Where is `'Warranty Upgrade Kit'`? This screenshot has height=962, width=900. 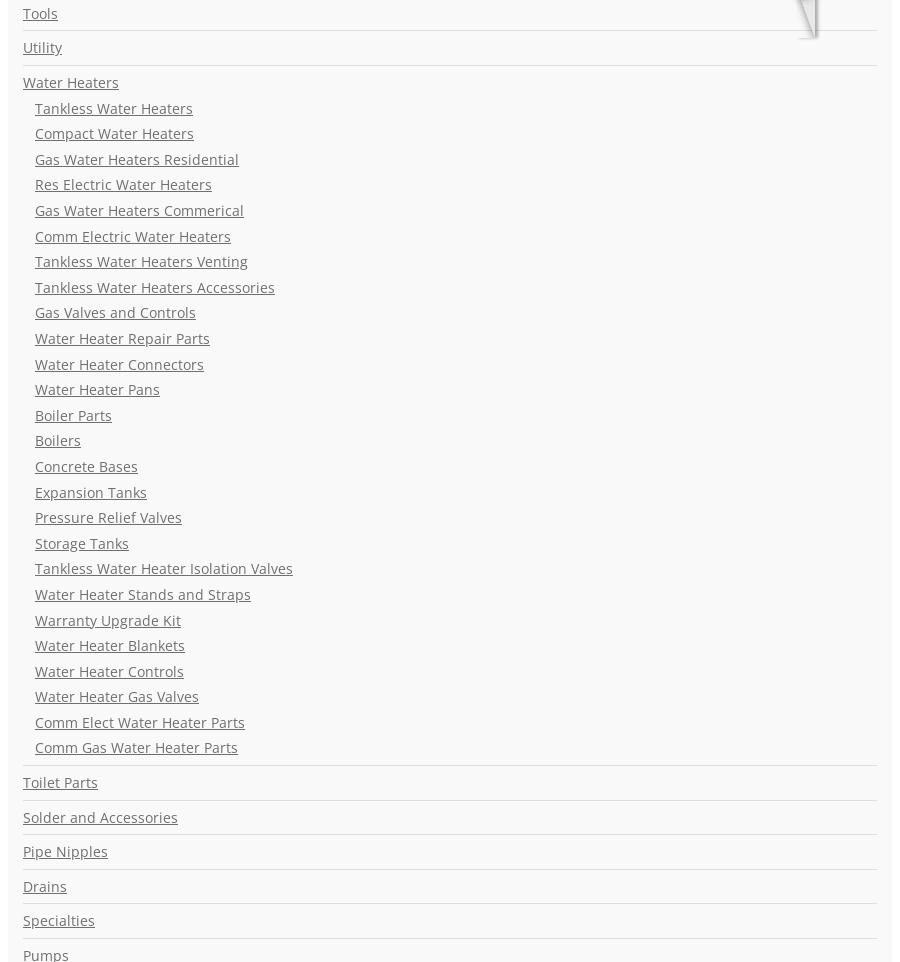 'Warranty Upgrade Kit' is located at coordinates (34, 618).